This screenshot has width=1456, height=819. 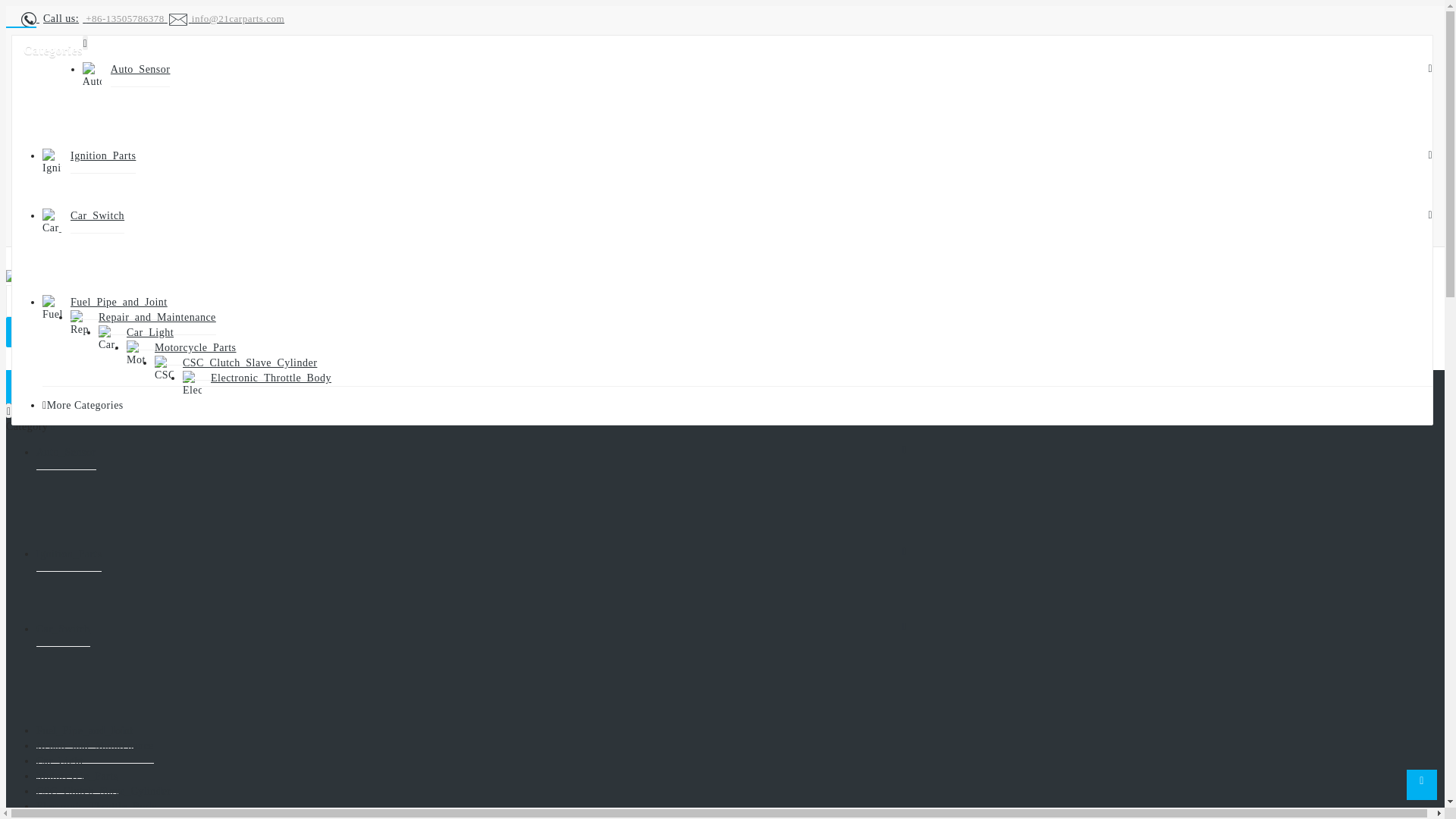 What do you see at coordinates (271, 377) in the screenshot?
I see `'Electronic_Throttle_Body'` at bounding box center [271, 377].